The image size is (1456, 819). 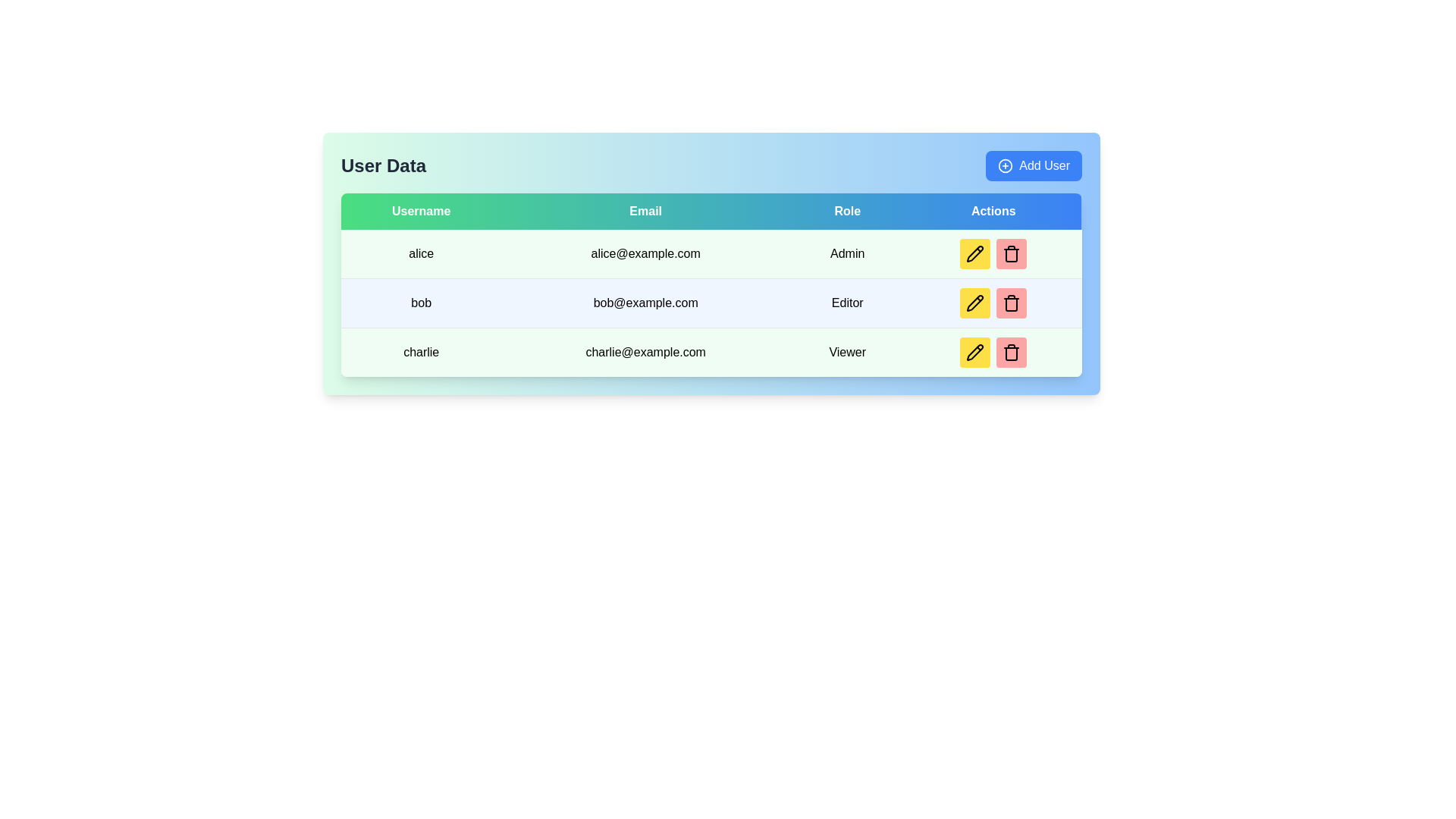 What do you see at coordinates (1012, 253) in the screenshot?
I see `the trash bin icon button located in the third row of the Actions column` at bounding box center [1012, 253].